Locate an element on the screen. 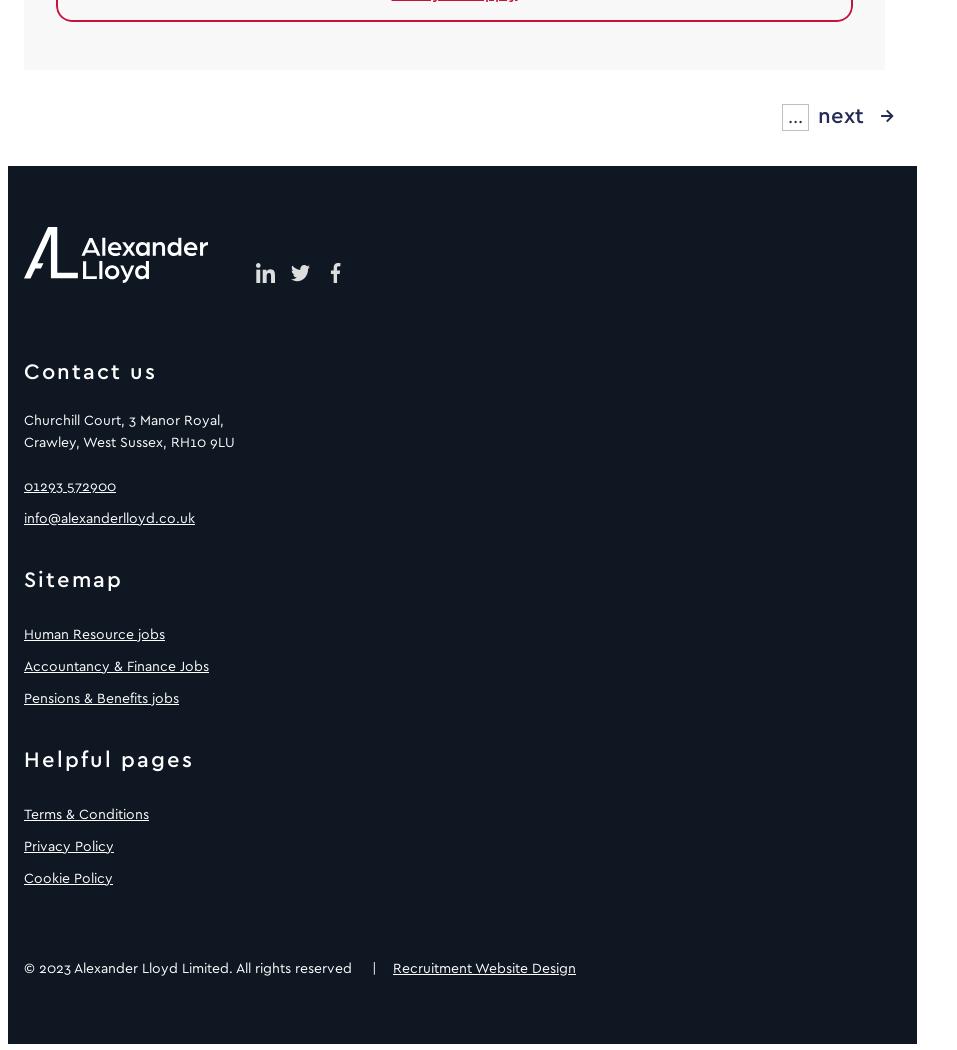 The width and height of the screenshot is (957, 1050). 'info@alexanderlloyd.co.uk' is located at coordinates (109, 516).